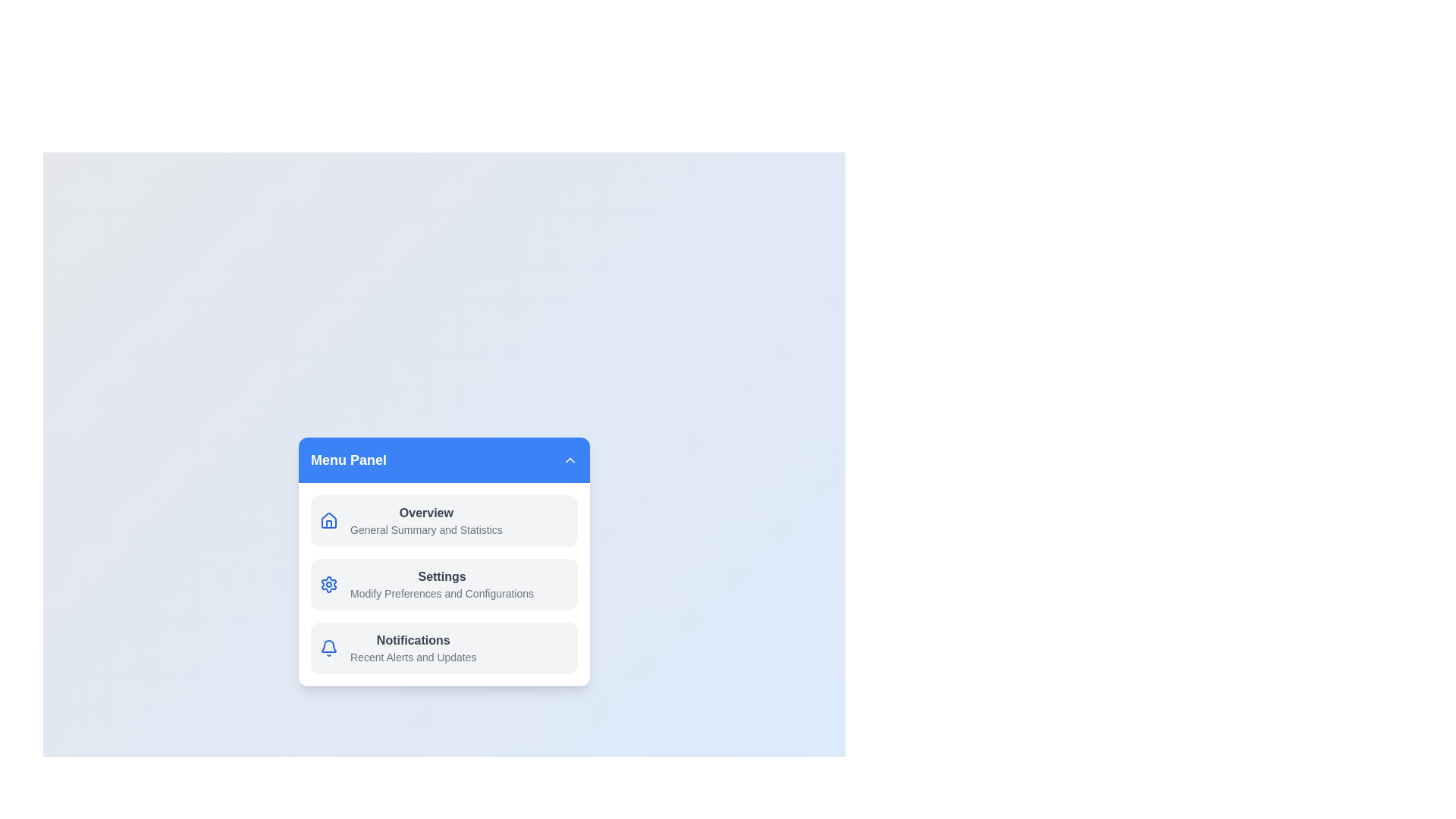 The width and height of the screenshot is (1456, 819). What do you see at coordinates (443, 648) in the screenshot?
I see `the 'Notifications' menu item to select it` at bounding box center [443, 648].